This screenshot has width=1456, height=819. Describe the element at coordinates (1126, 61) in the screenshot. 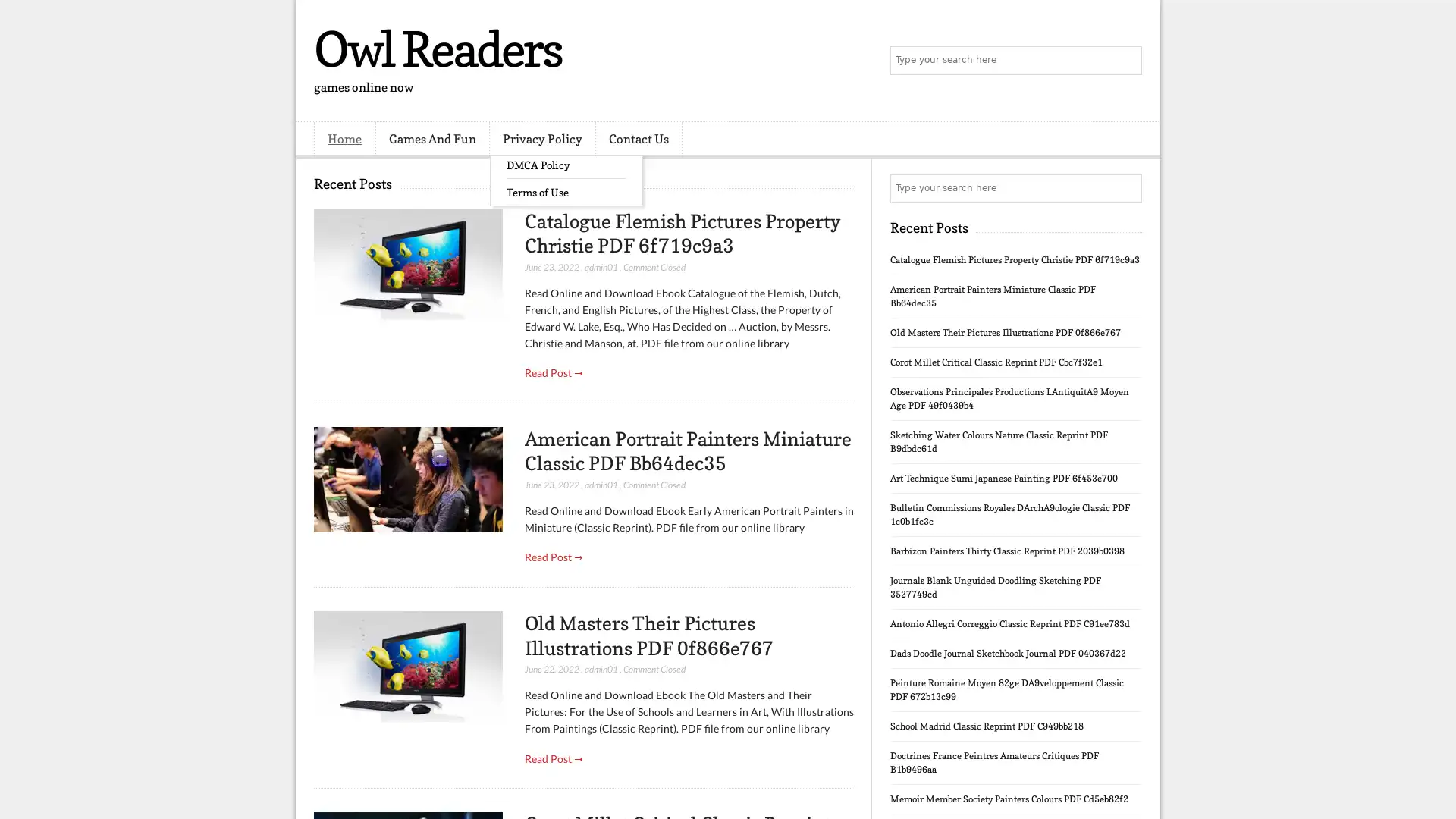

I see `Search` at that location.